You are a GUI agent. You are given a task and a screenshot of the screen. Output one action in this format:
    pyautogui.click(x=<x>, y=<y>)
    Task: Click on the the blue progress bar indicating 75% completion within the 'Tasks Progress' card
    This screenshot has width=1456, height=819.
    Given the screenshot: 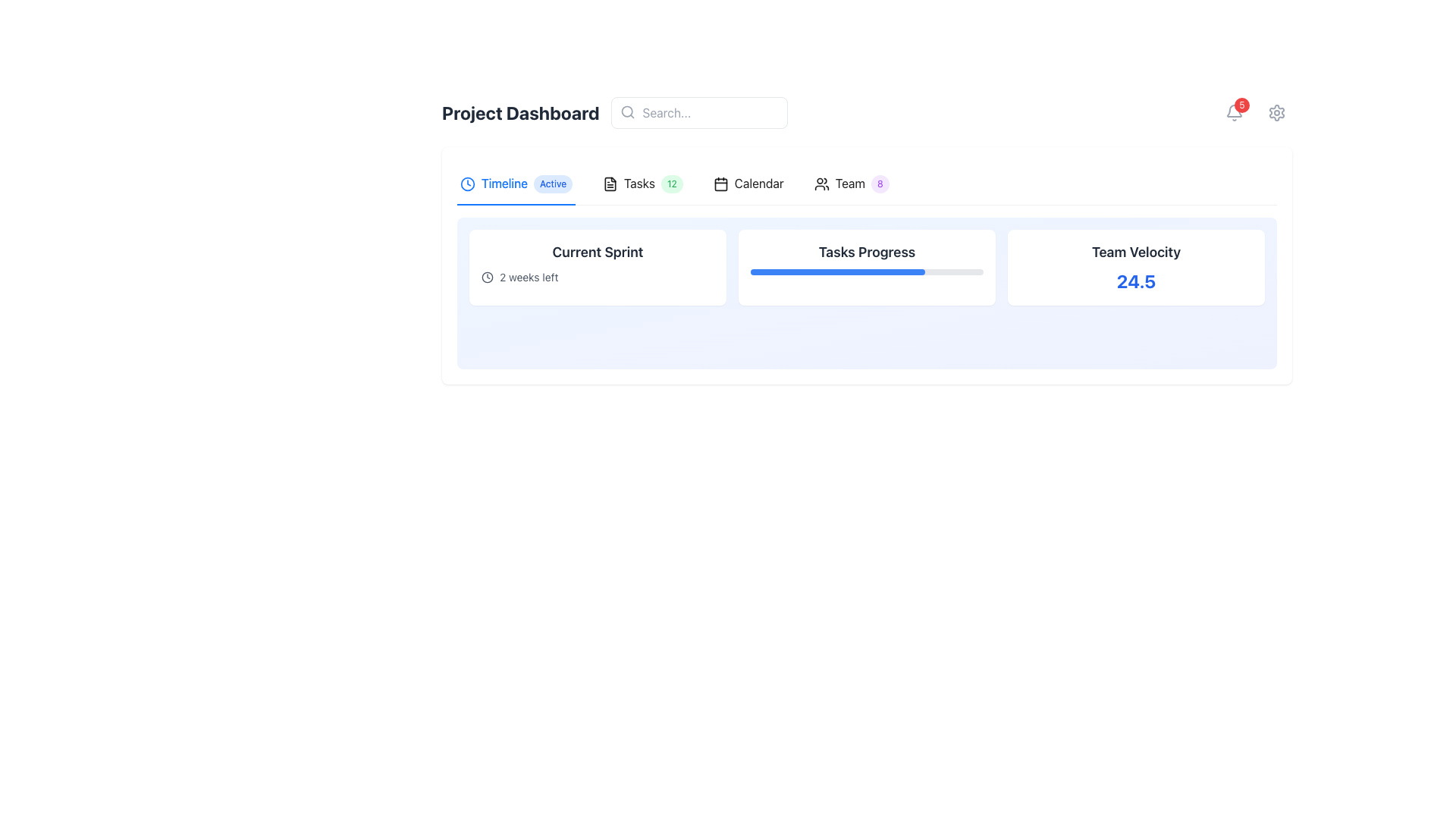 What is the action you would take?
    pyautogui.click(x=837, y=271)
    